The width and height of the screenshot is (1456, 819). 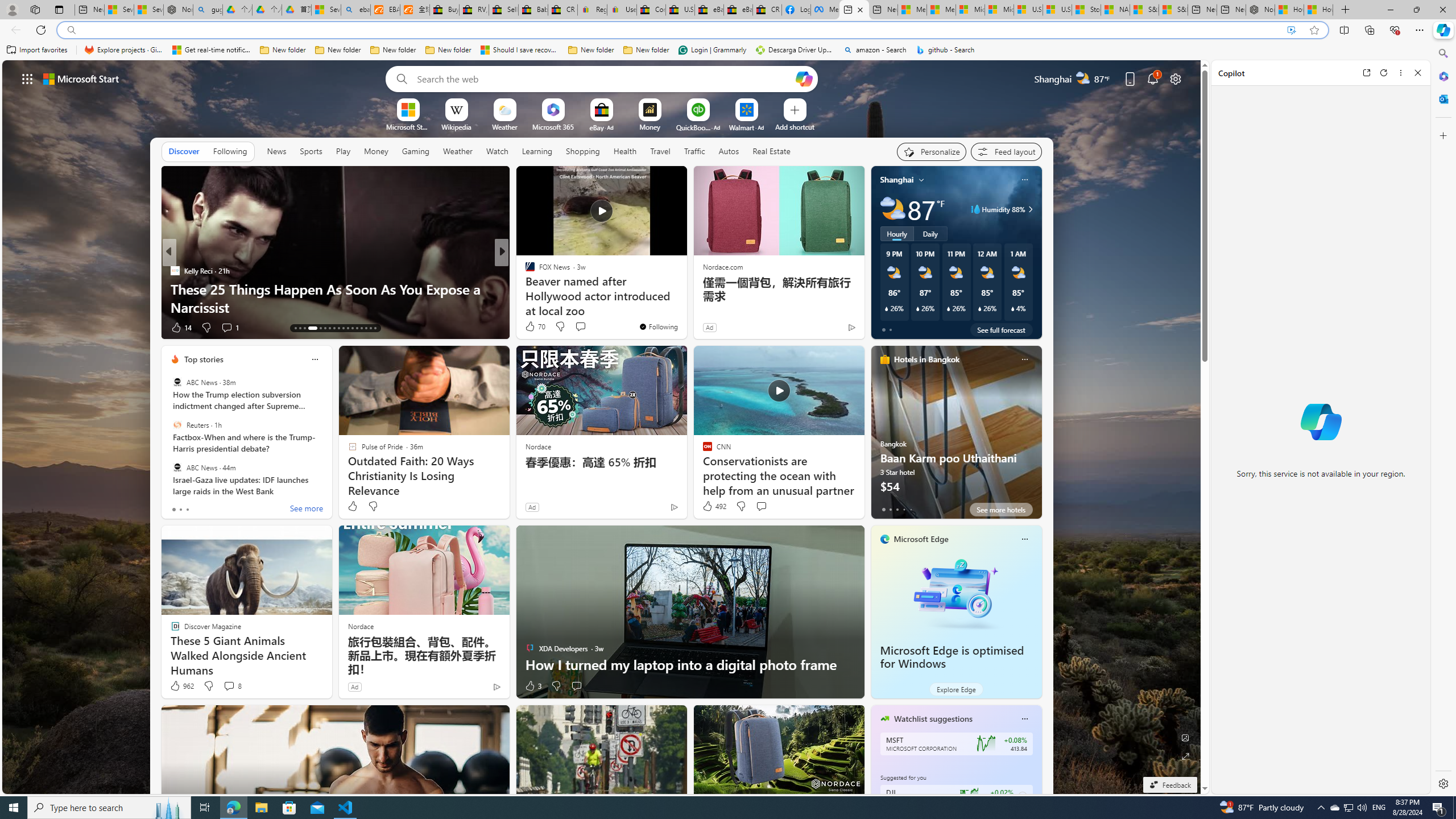 What do you see at coordinates (370, 328) in the screenshot?
I see `'AutomationID: tab-34'` at bounding box center [370, 328].